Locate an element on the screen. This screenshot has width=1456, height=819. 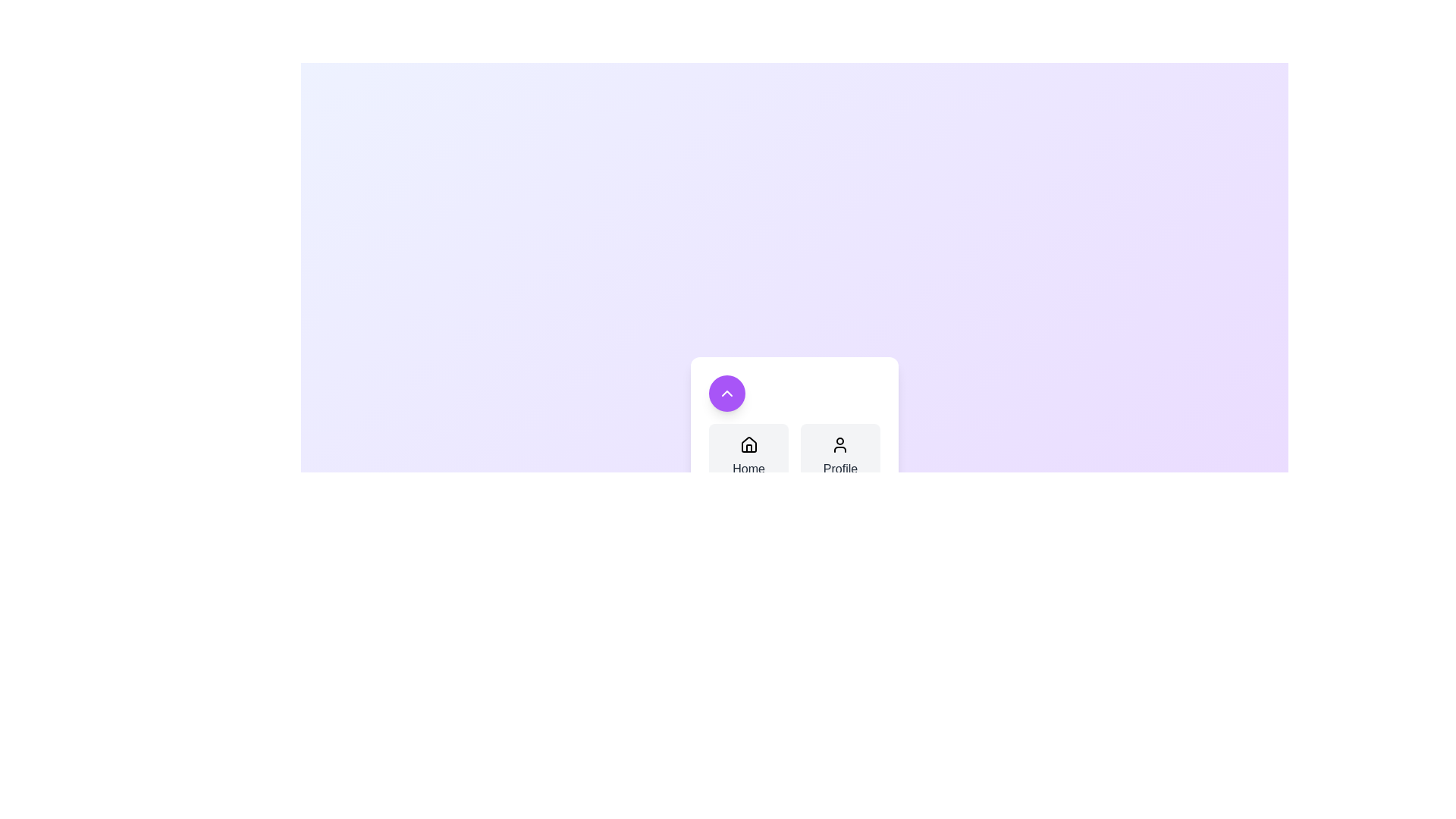
the action button labeled Profile in the expanded menu is located at coordinates (839, 456).